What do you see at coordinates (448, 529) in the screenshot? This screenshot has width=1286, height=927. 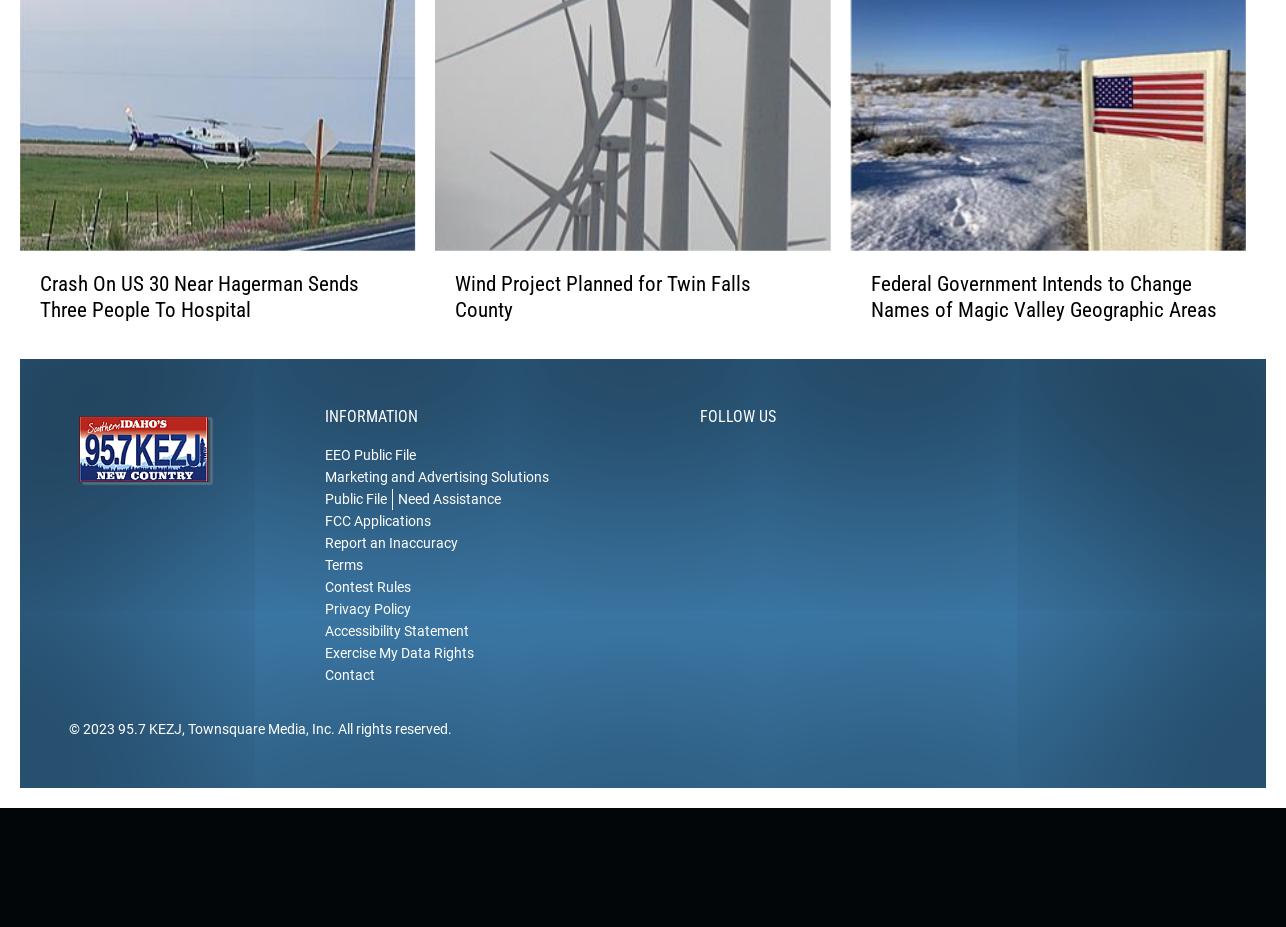 I see `'Need Assistance'` at bounding box center [448, 529].